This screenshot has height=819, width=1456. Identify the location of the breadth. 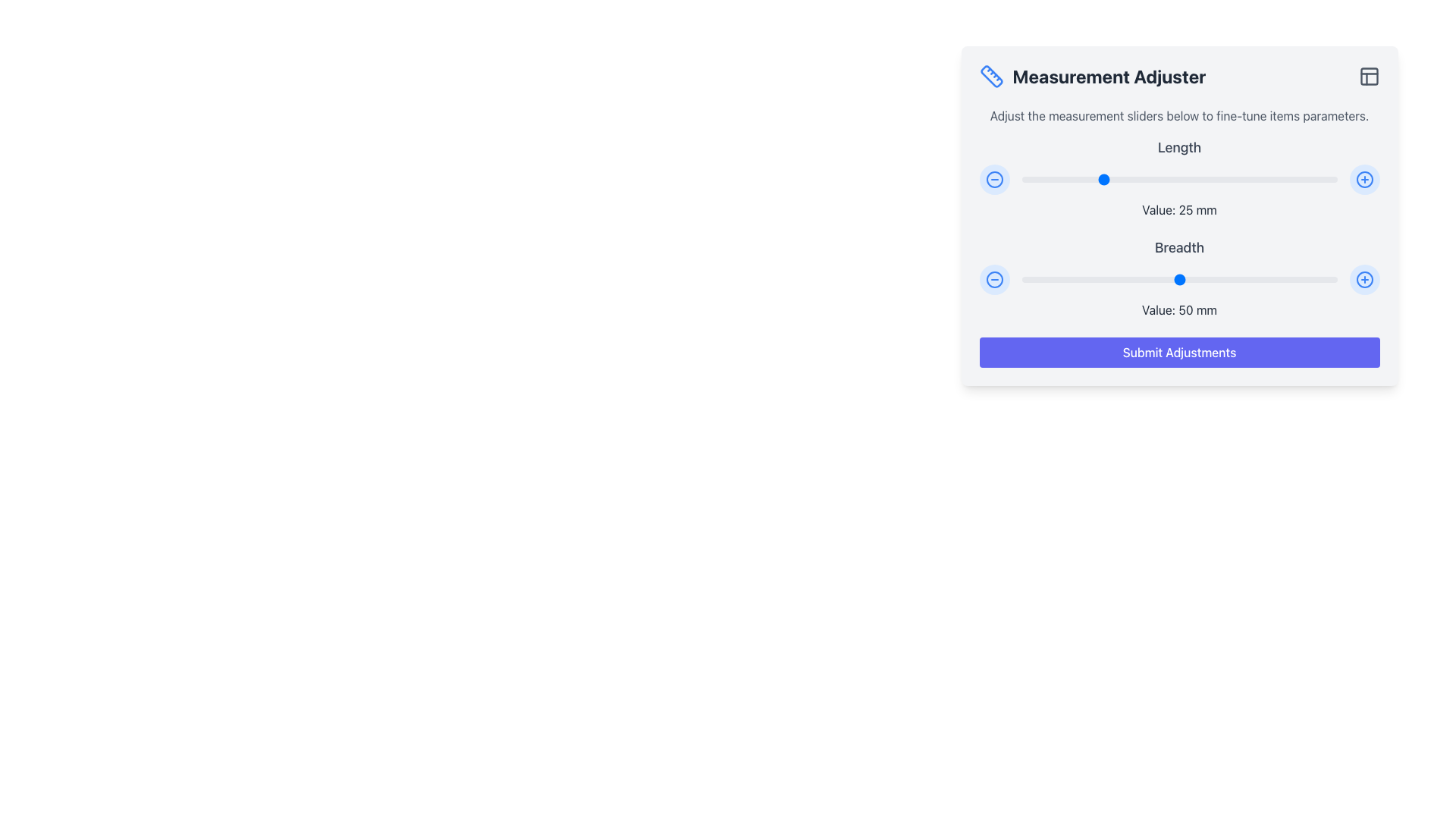
(1327, 280).